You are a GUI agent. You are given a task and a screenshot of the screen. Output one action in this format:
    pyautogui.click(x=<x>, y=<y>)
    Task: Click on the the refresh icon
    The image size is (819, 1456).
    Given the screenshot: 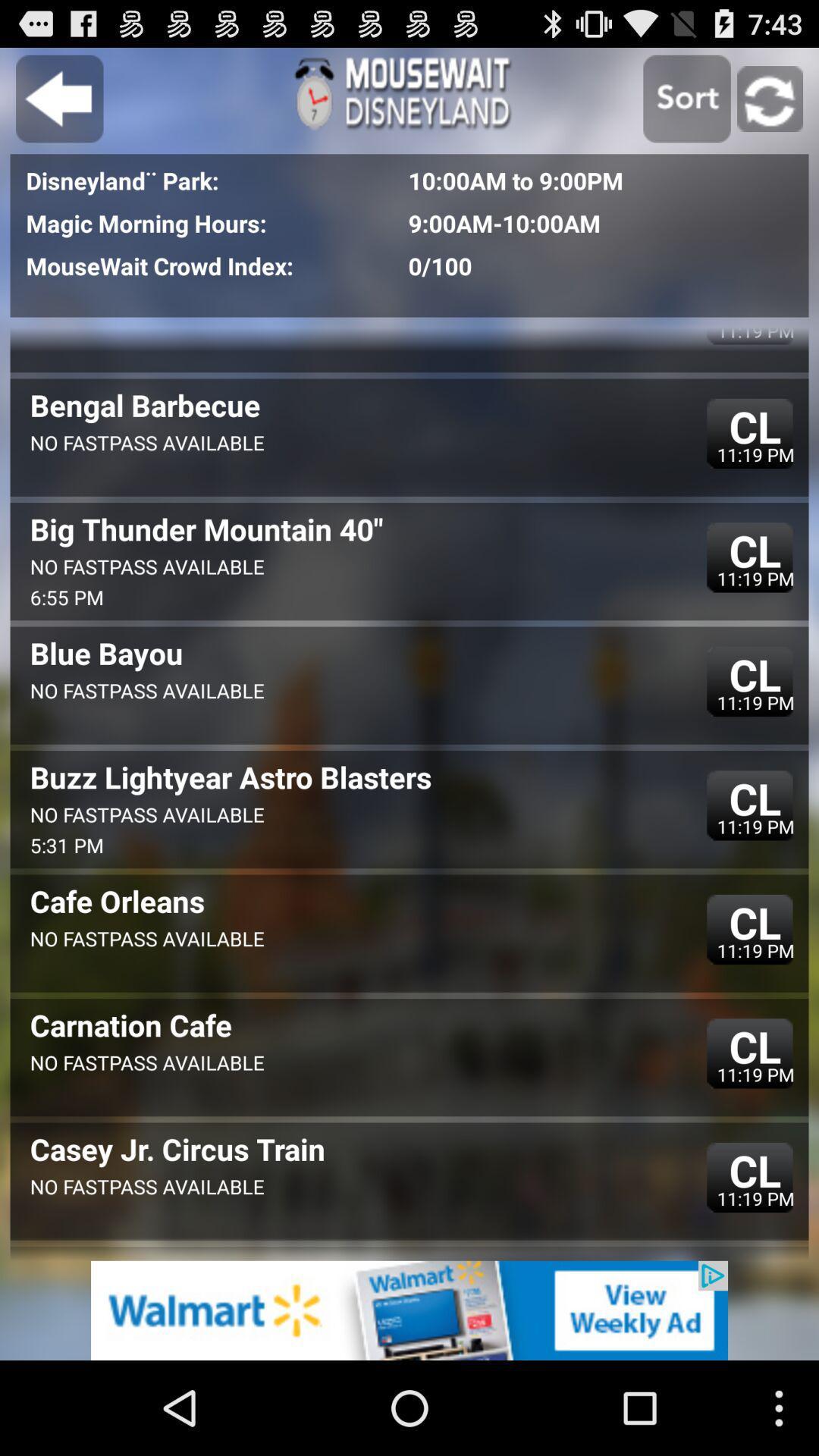 What is the action you would take?
    pyautogui.click(x=770, y=105)
    